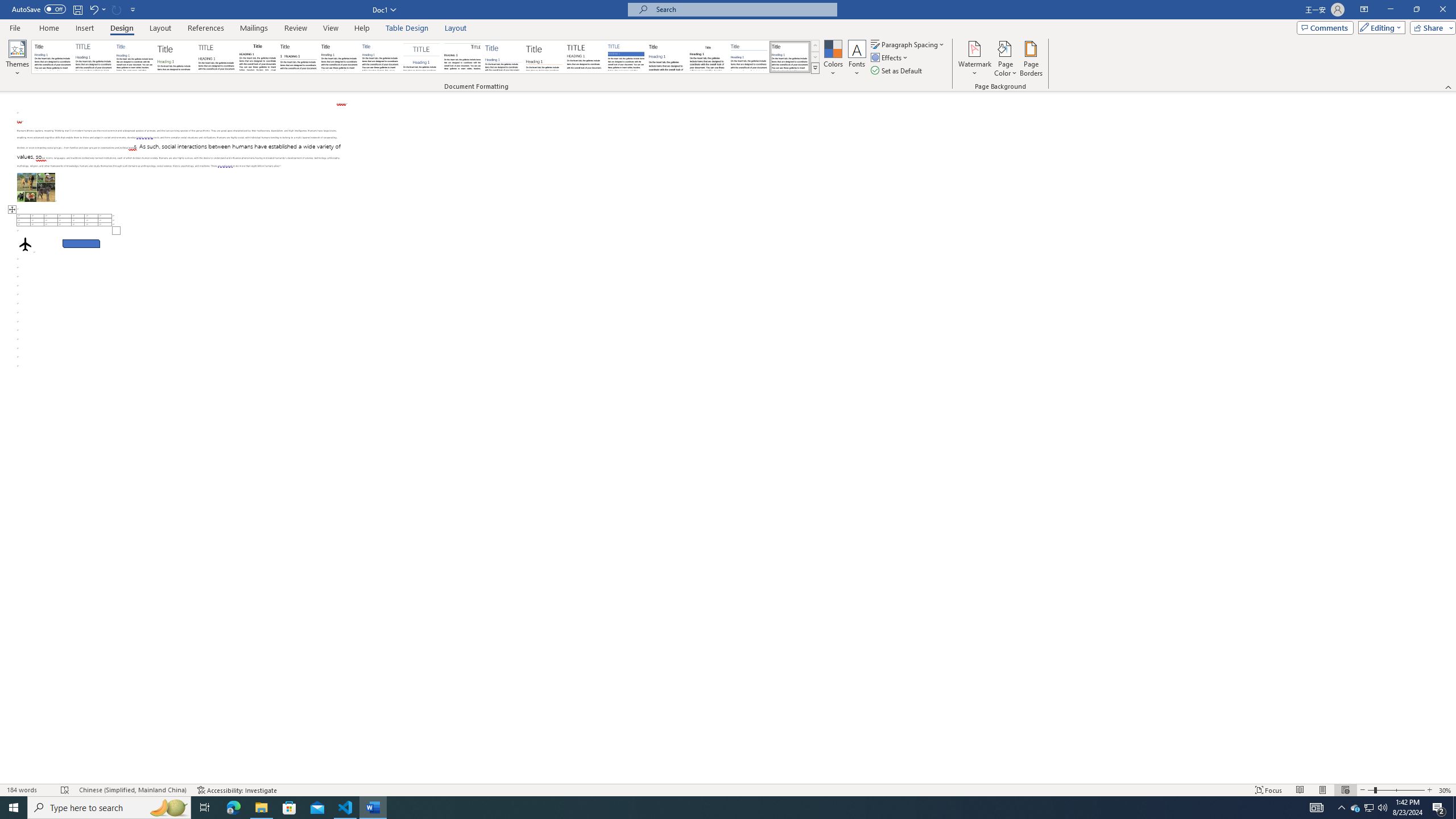 Image resolution: width=1456 pixels, height=819 pixels. I want to click on 'Undo Apply Quick Style Set', so click(97, 9).